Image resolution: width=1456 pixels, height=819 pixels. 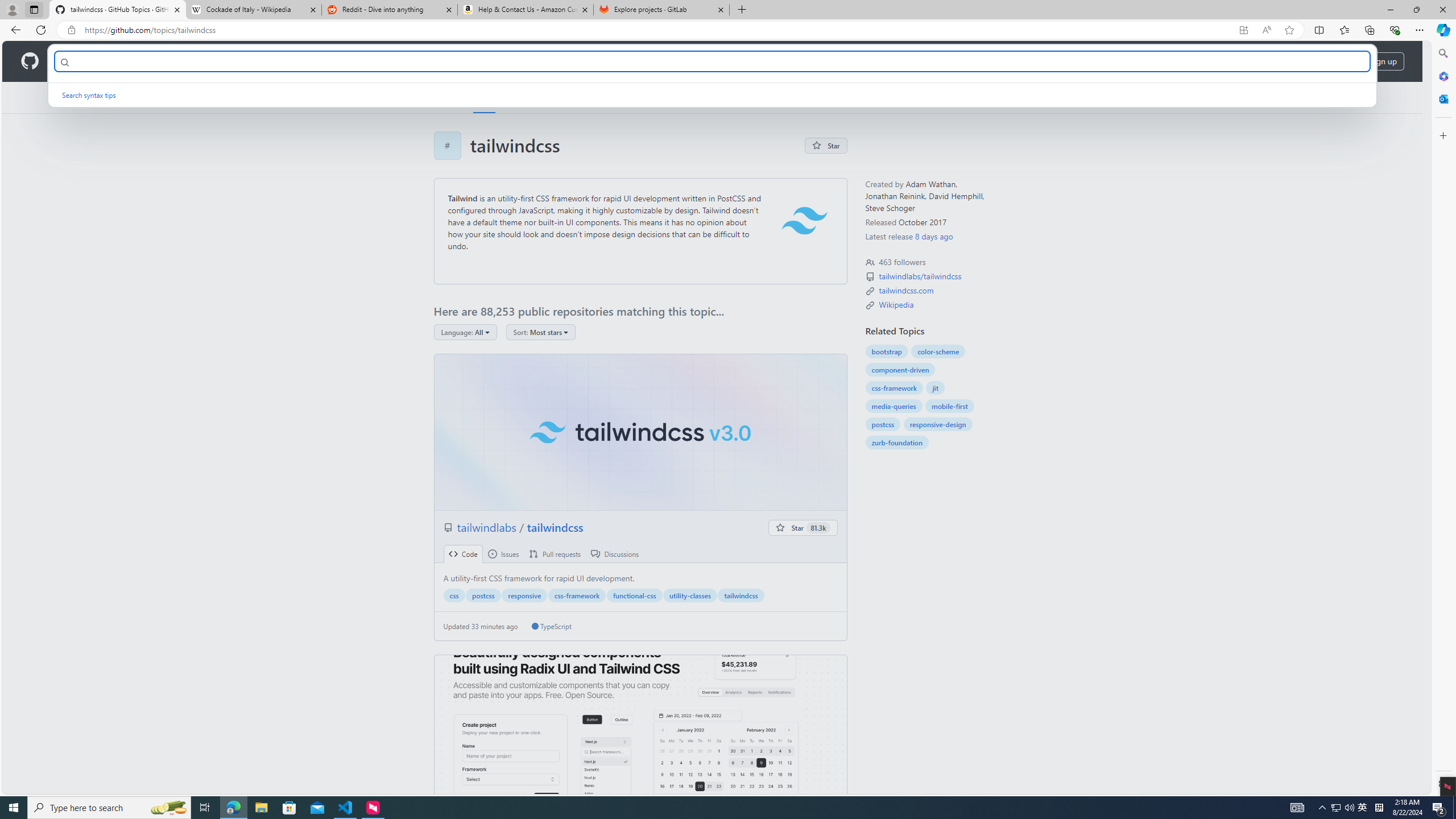 What do you see at coordinates (320, 61) in the screenshot?
I see `'Enterprise'` at bounding box center [320, 61].